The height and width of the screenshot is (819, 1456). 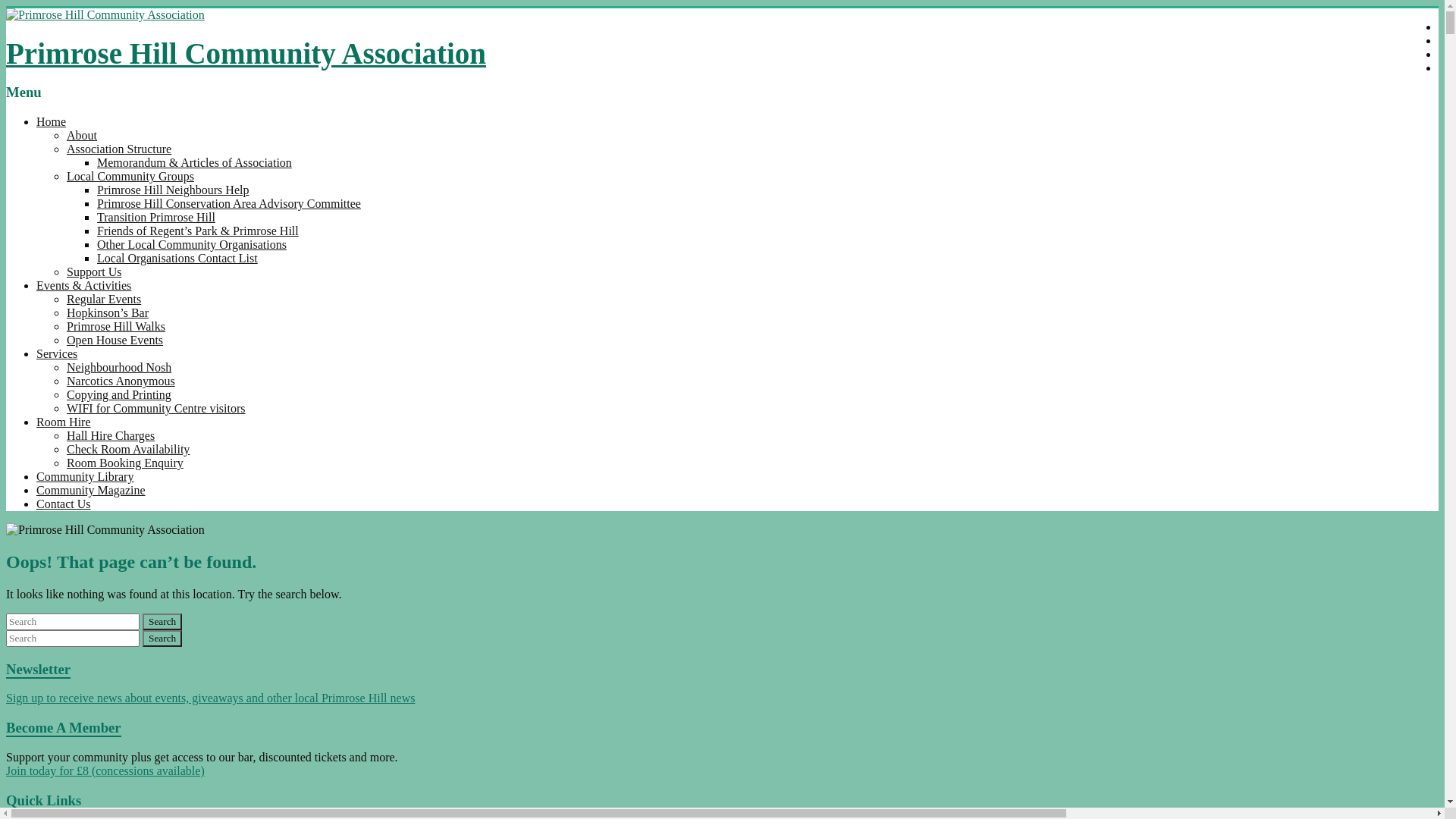 What do you see at coordinates (83, 285) in the screenshot?
I see `'Events & Activities'` at bounding box center [83, 285].